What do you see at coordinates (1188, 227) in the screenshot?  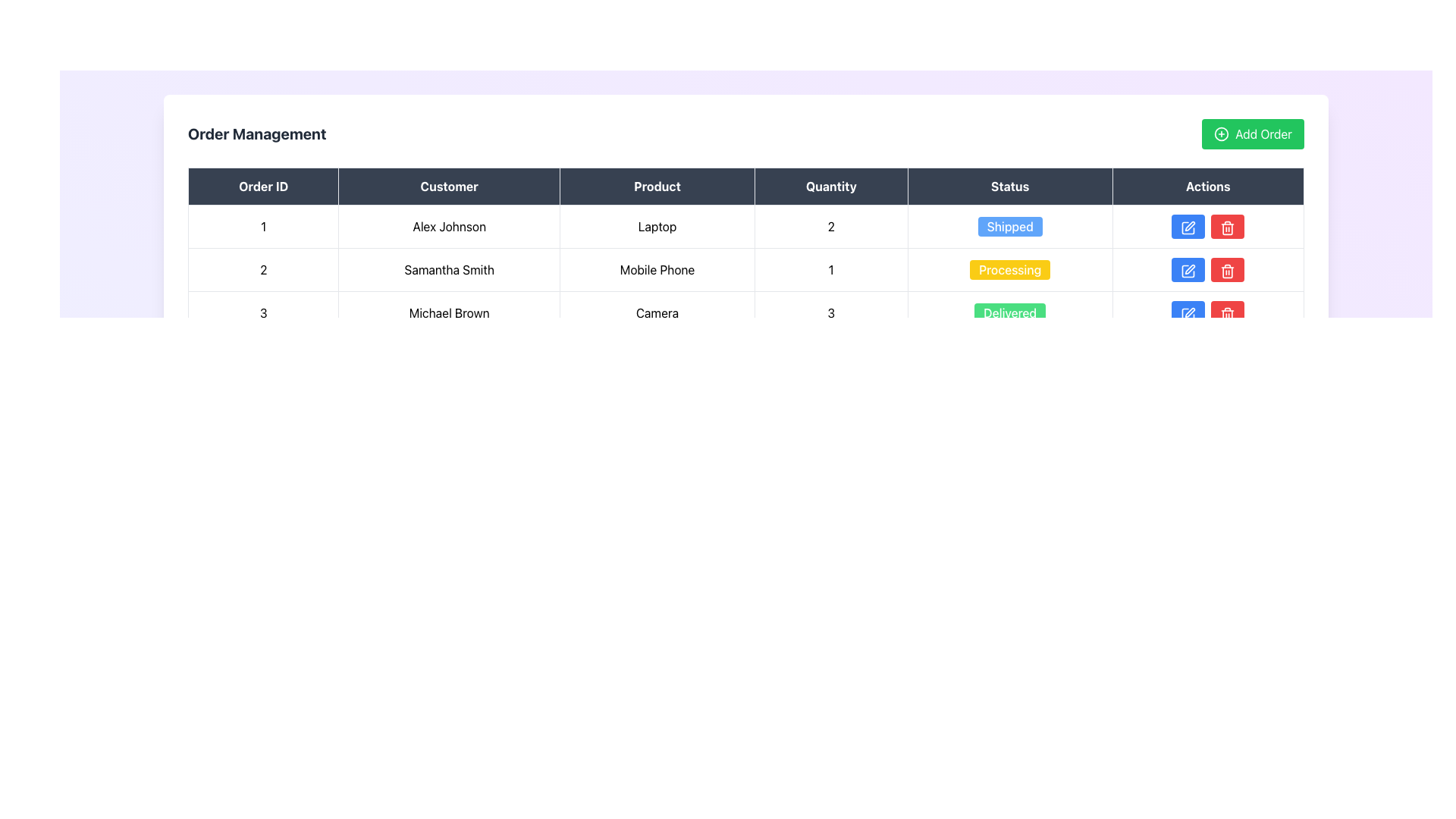 I see `the blue edit button with a pen icon located in the first row of the 'Actions' column to initiate editing` at bounding box center [1188, 227].